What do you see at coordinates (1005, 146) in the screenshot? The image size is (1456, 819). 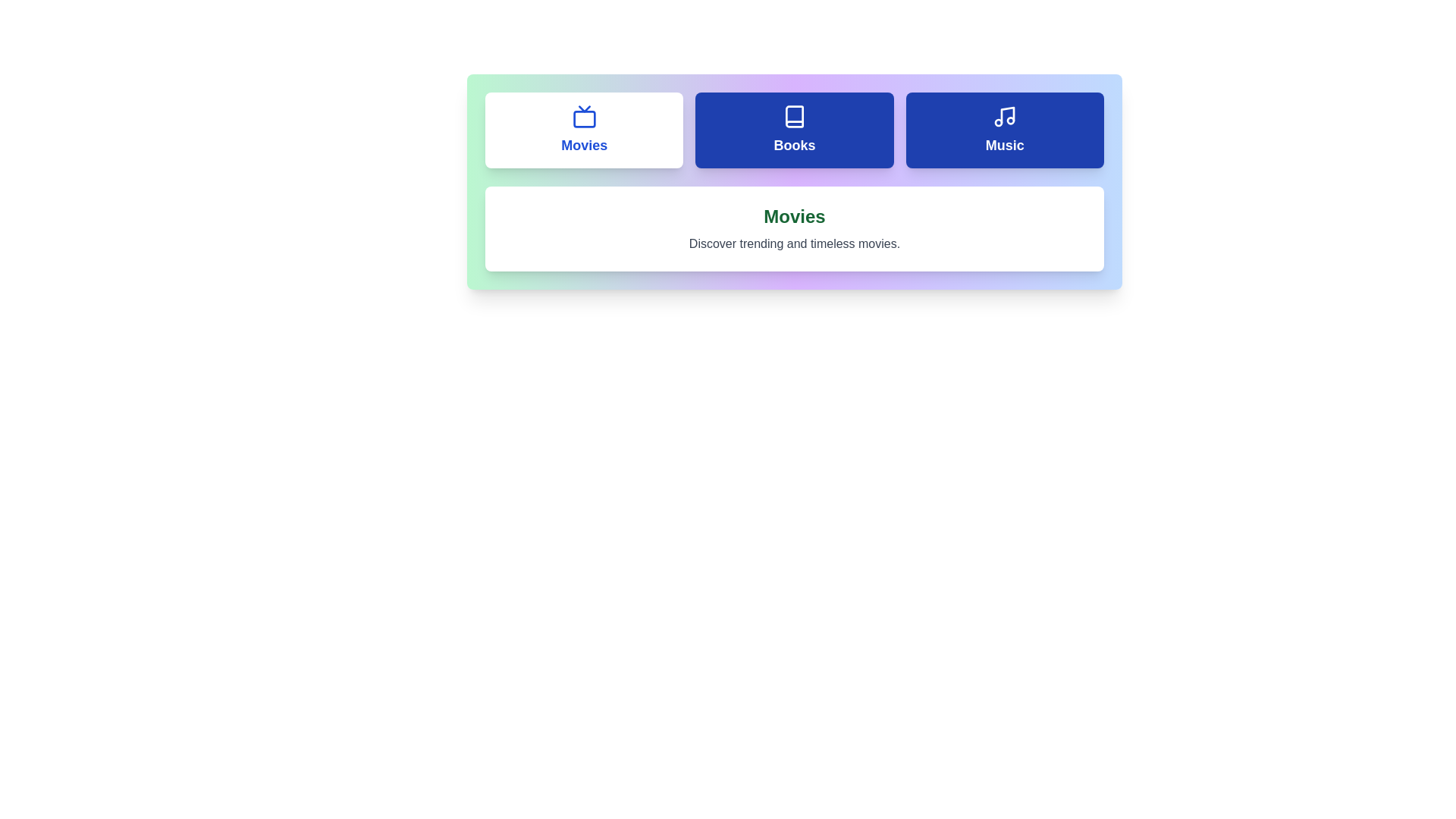 I see `the 'Music' text label, which is styled in bold white font on a solid blue background beneath a musical note icon` at bounding box center [1005, 146].